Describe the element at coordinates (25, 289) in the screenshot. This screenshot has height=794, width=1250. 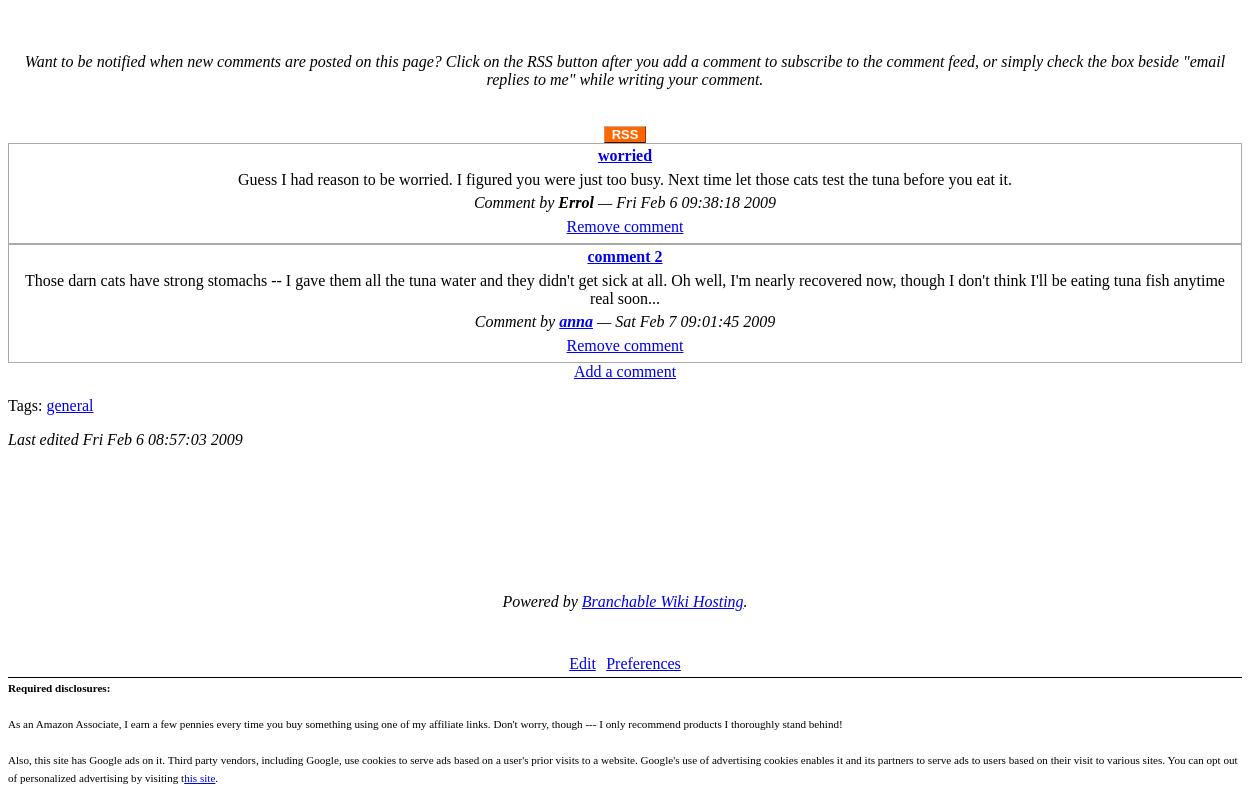
I see `'Those darn cats have strong stomachs -- I gave them all the tuna water and they didn't get sick at all.  Oh well, I'm nearly recovered now, though I don't think I'll be eating tuna fish anytime real soon...'` at that location.